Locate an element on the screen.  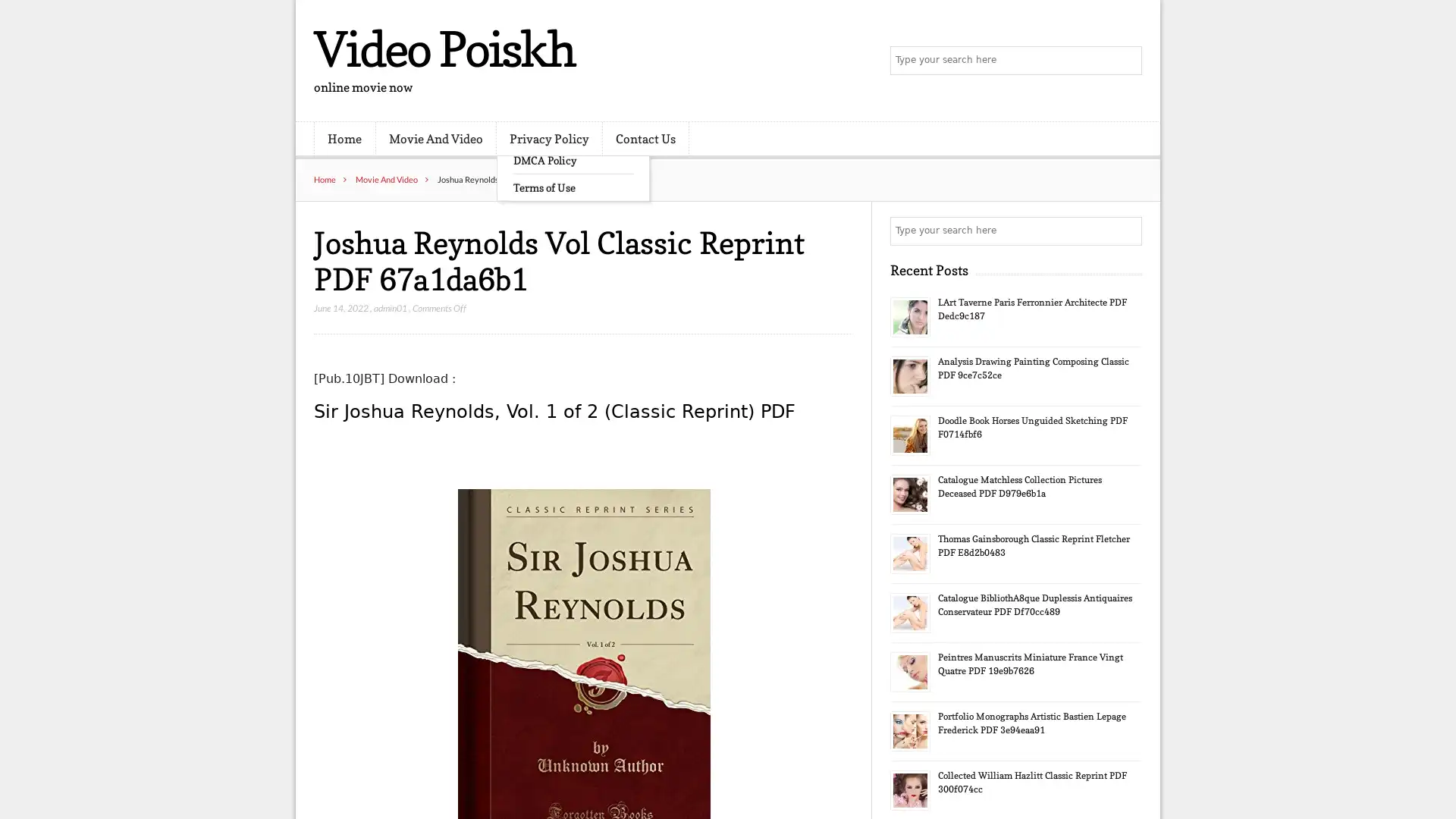
Search is located at coordinates (1126, 231).